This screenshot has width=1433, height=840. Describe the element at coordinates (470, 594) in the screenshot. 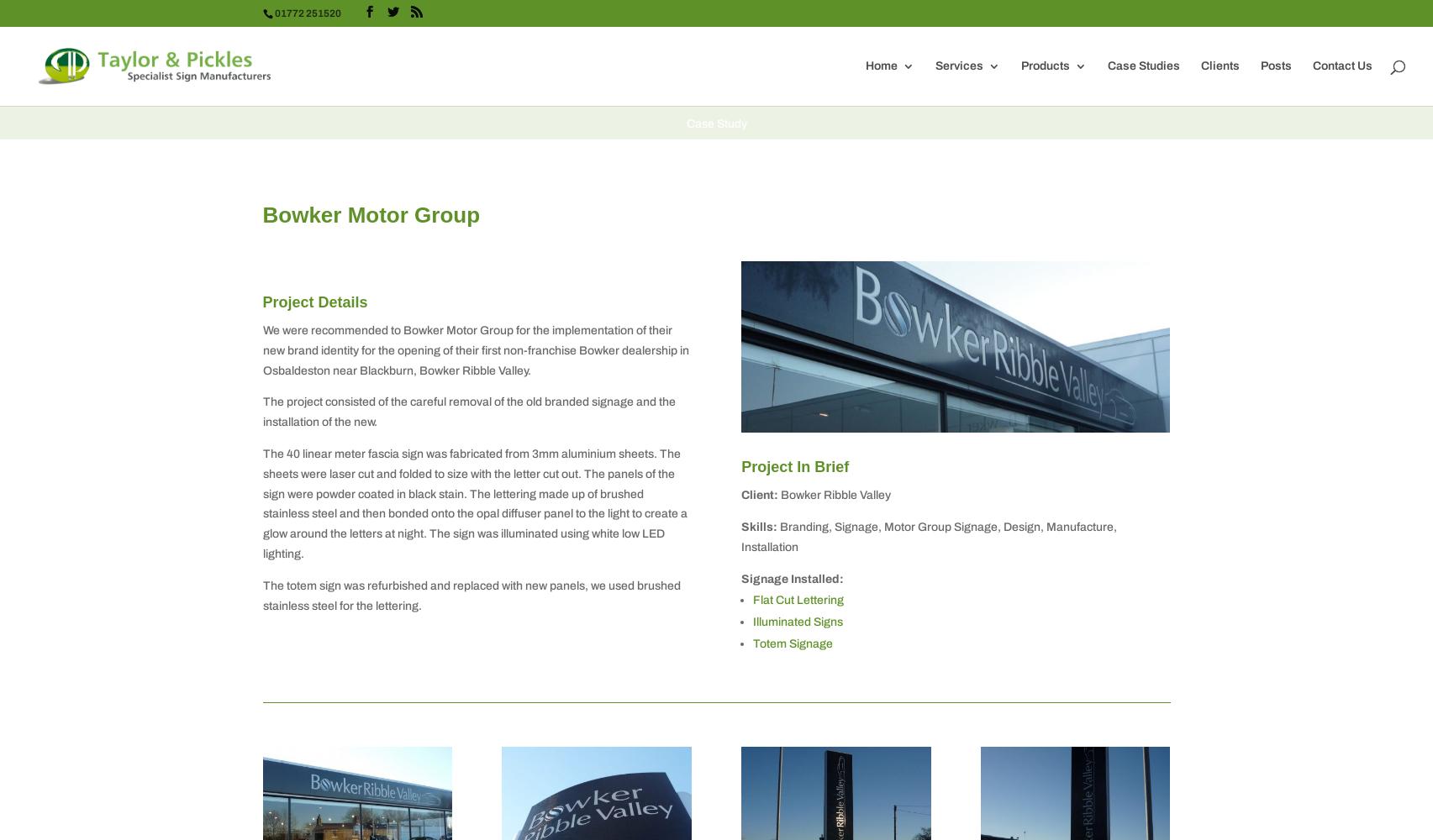

I see `'The totem sign was refurbished and replaced with new panels, we used brushed stainless steel for the lettering.'` at that location.